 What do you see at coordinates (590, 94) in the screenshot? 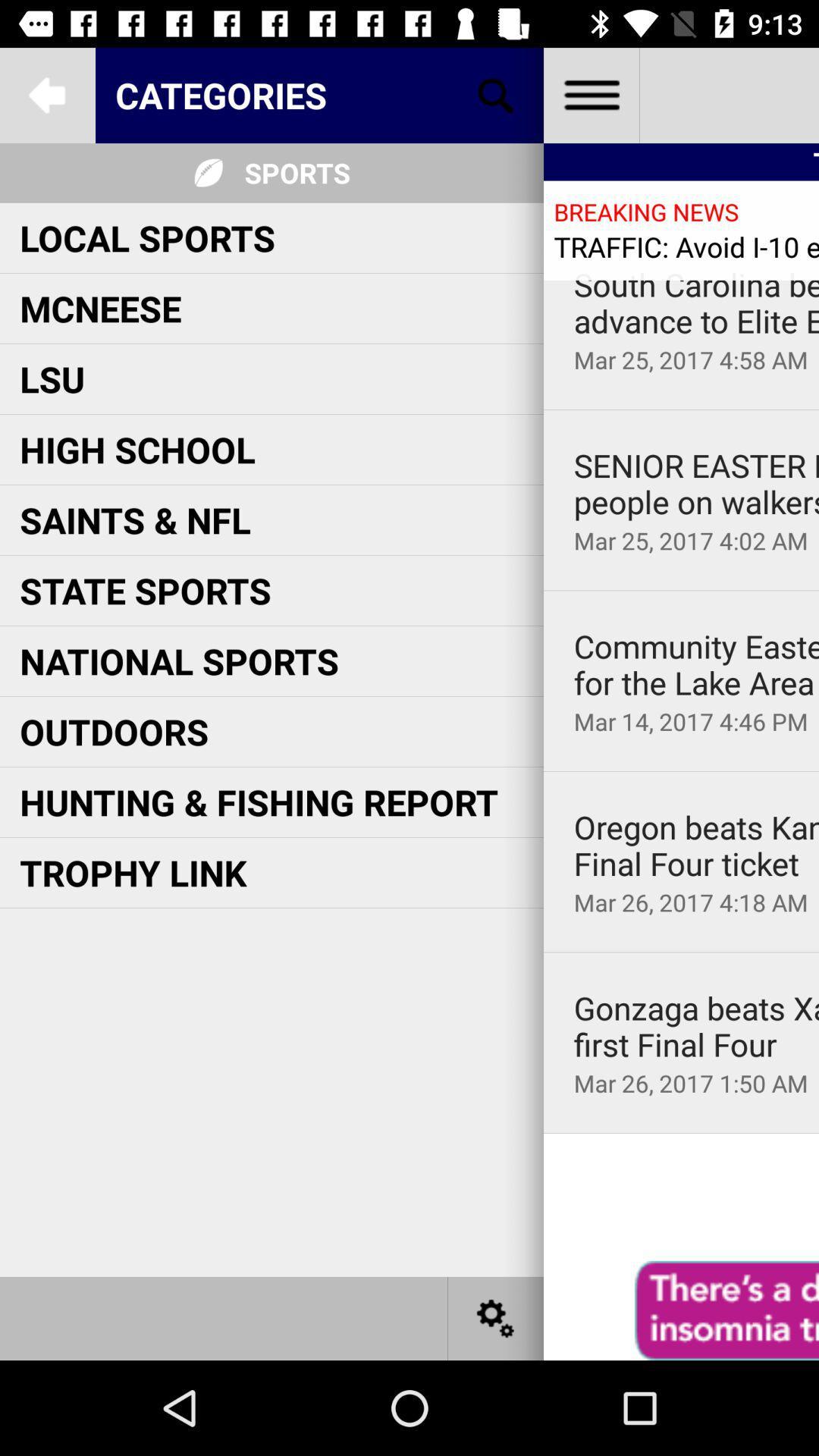
I see `the menu icon` at bounding box center [590, 94].